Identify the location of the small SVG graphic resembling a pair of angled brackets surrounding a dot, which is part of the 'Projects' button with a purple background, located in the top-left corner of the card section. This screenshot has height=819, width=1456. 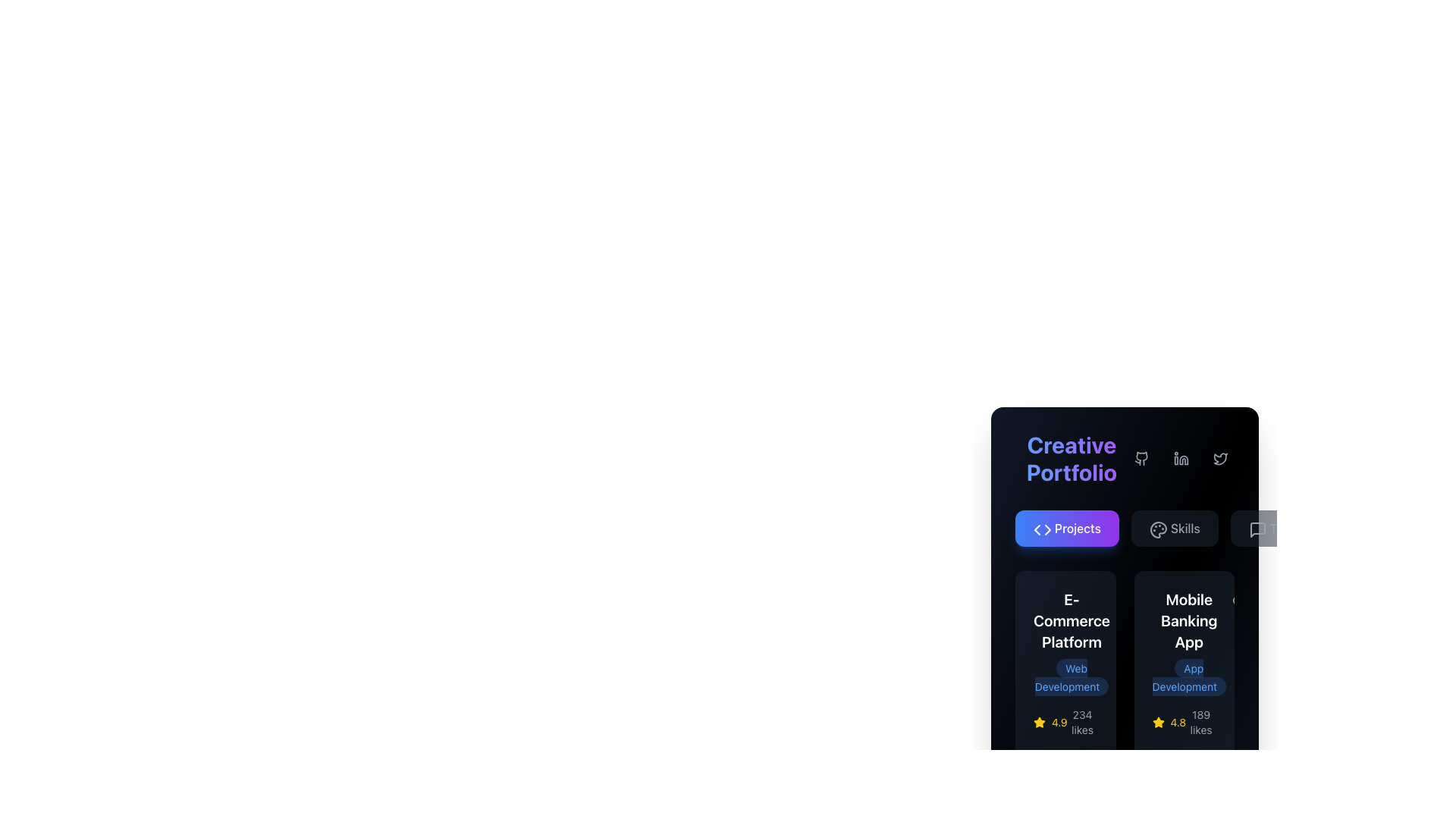
(1041, 529).